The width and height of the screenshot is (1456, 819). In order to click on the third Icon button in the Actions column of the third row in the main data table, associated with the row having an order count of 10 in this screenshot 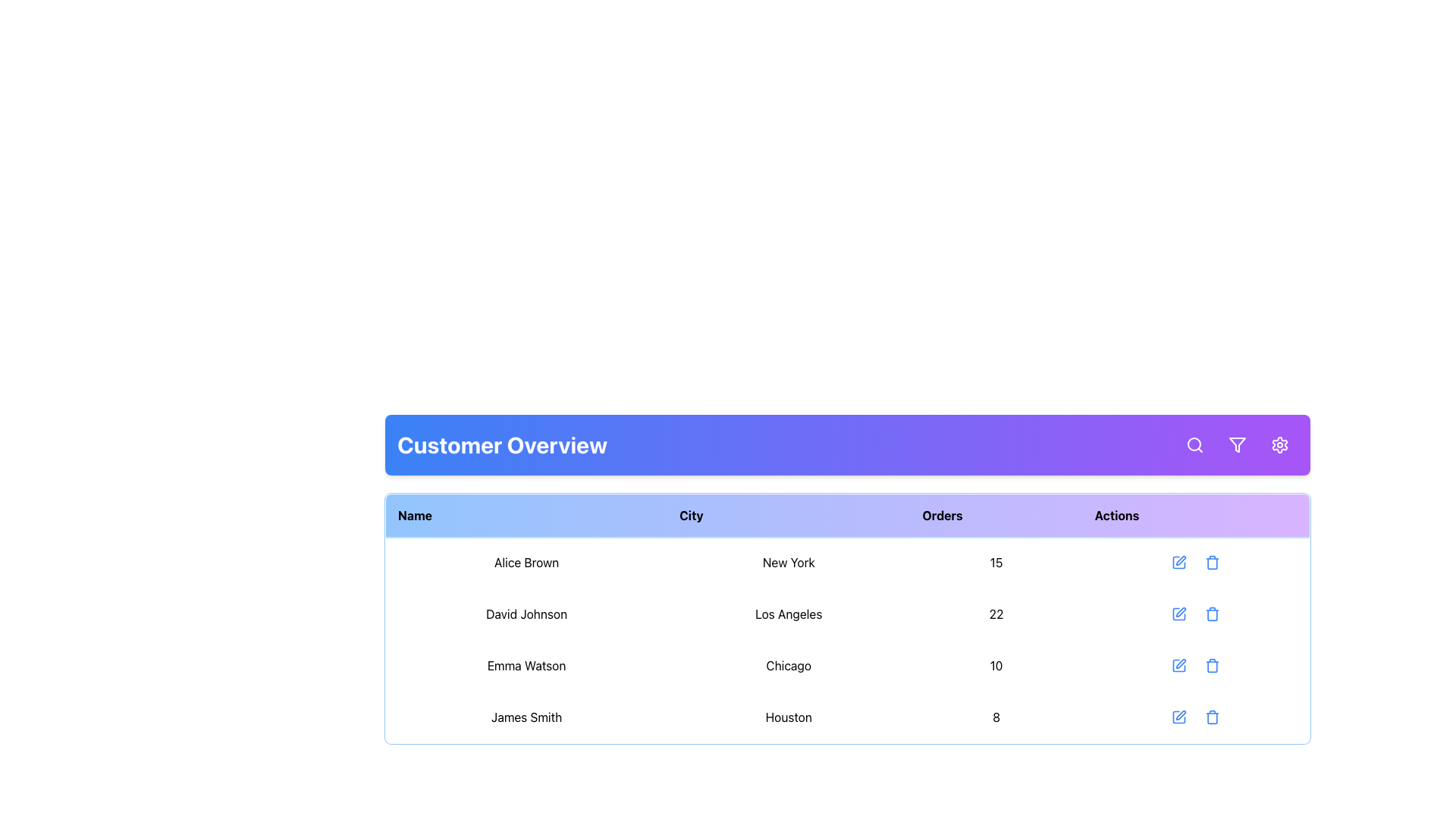, I will do `click(1212, 665)`.